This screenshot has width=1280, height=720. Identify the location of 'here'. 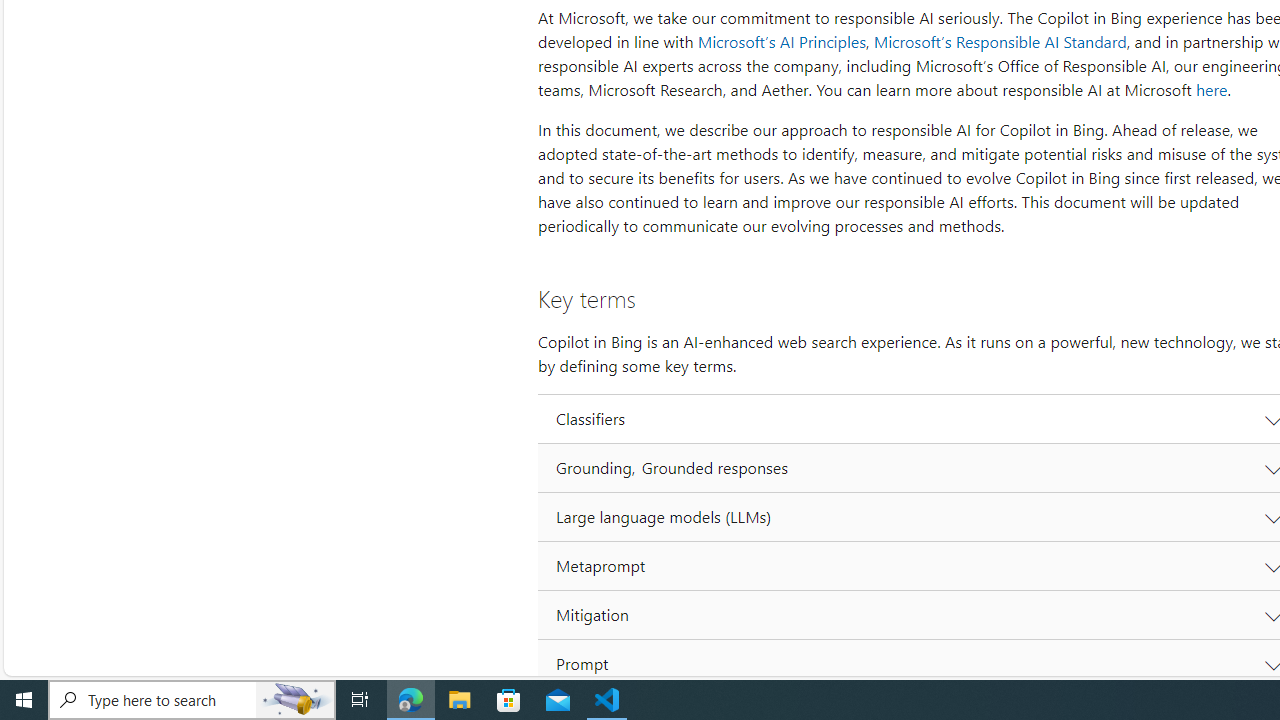
(1210, 90).